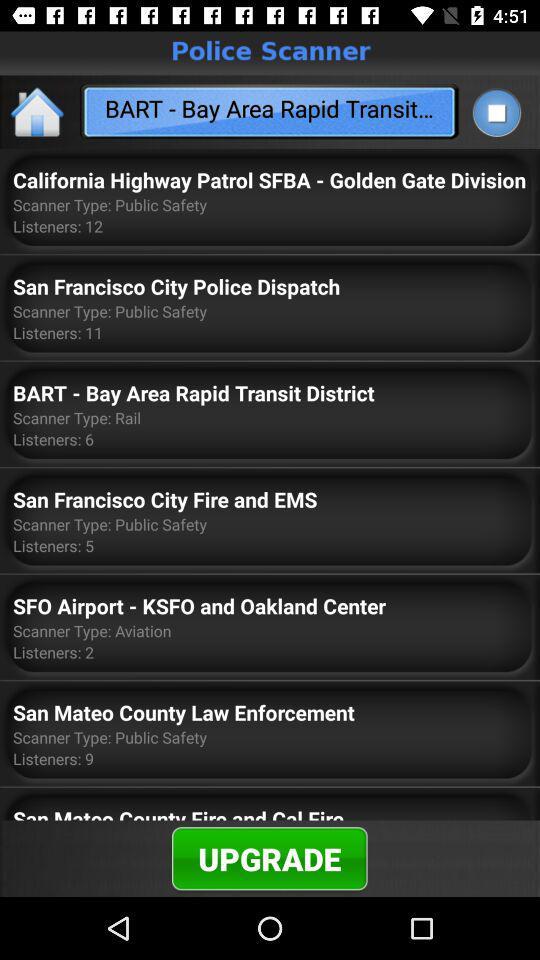 This screenshot has height=960, width=540. I want to click on the item above scanner type: aviation icon, so click(199, 604).